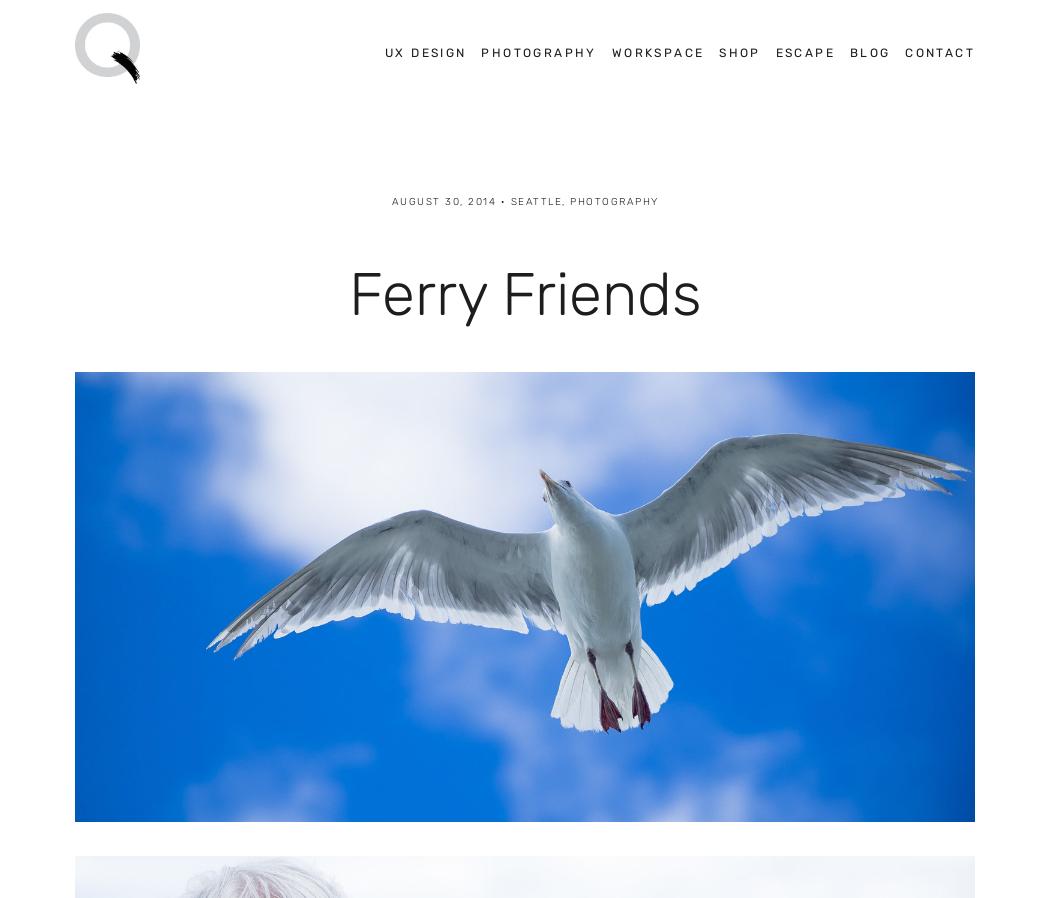 Image resolution: width=1050 pixels, height=898 pixels. Describe the element at coordinates (442, 199) in the screenshot. I see `'August 30, 2014'` at that location.